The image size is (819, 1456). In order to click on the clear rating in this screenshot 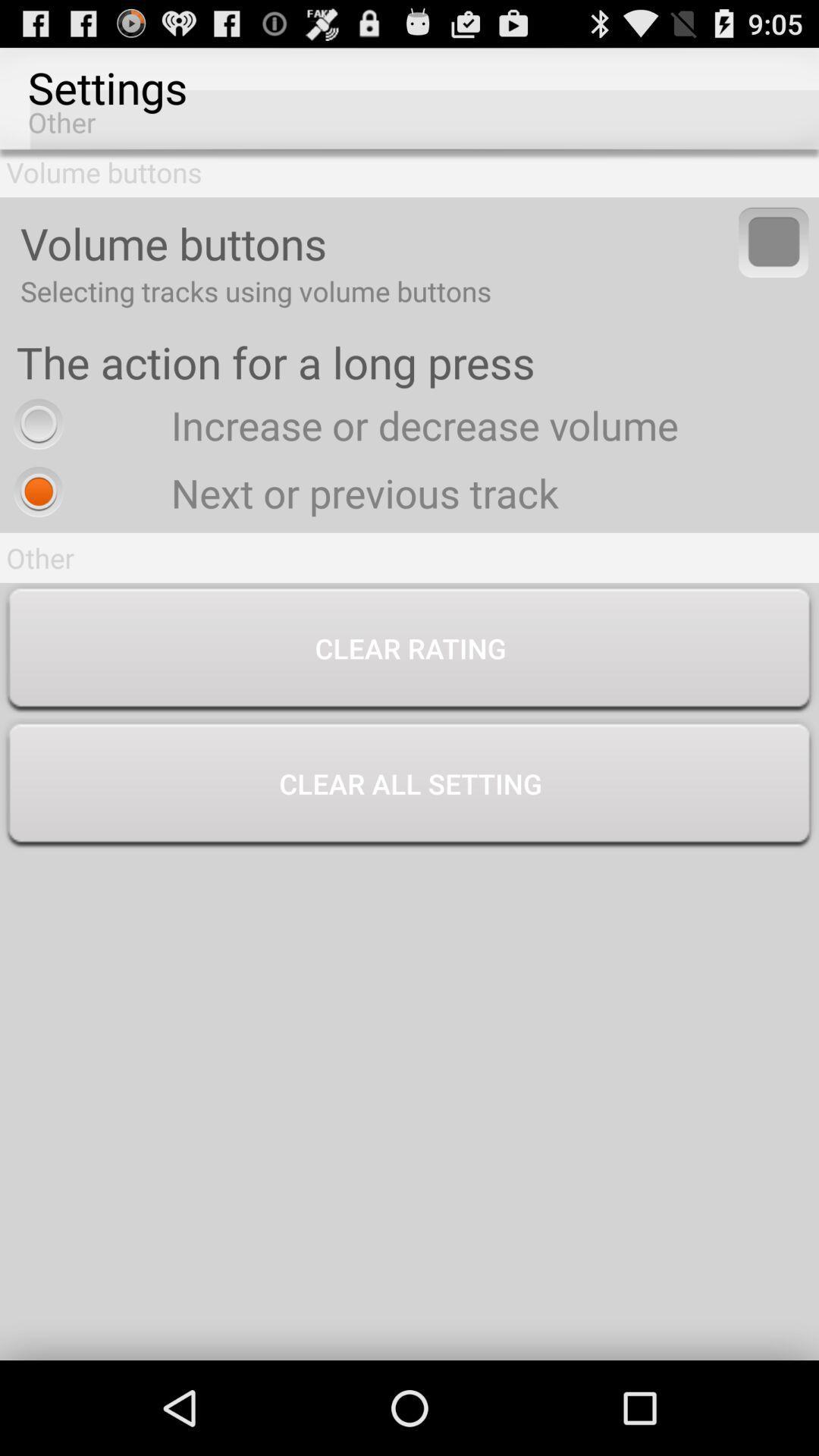, I will do `click(409, 651)`.